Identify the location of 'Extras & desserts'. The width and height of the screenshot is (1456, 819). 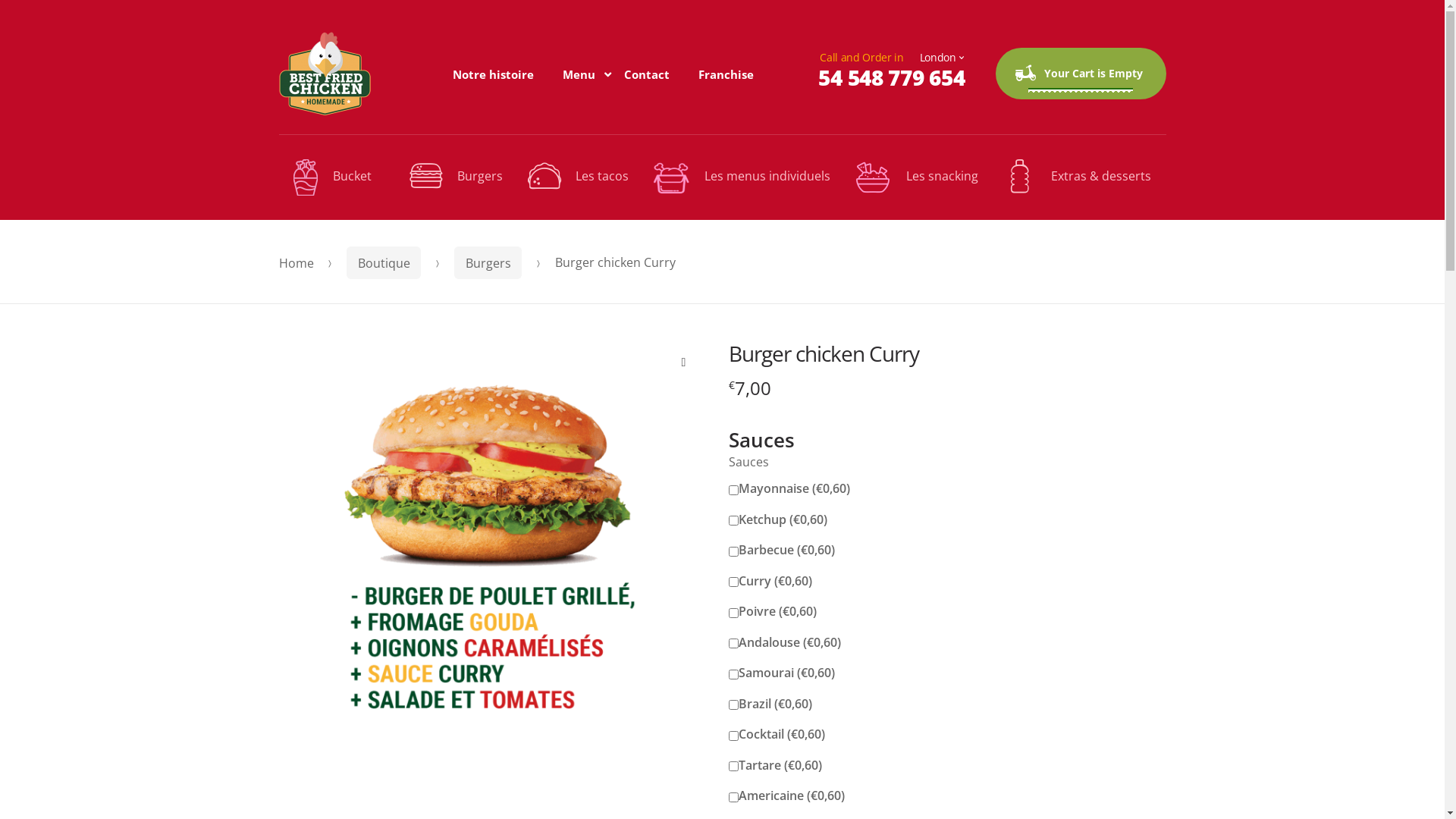
(1076, 175).